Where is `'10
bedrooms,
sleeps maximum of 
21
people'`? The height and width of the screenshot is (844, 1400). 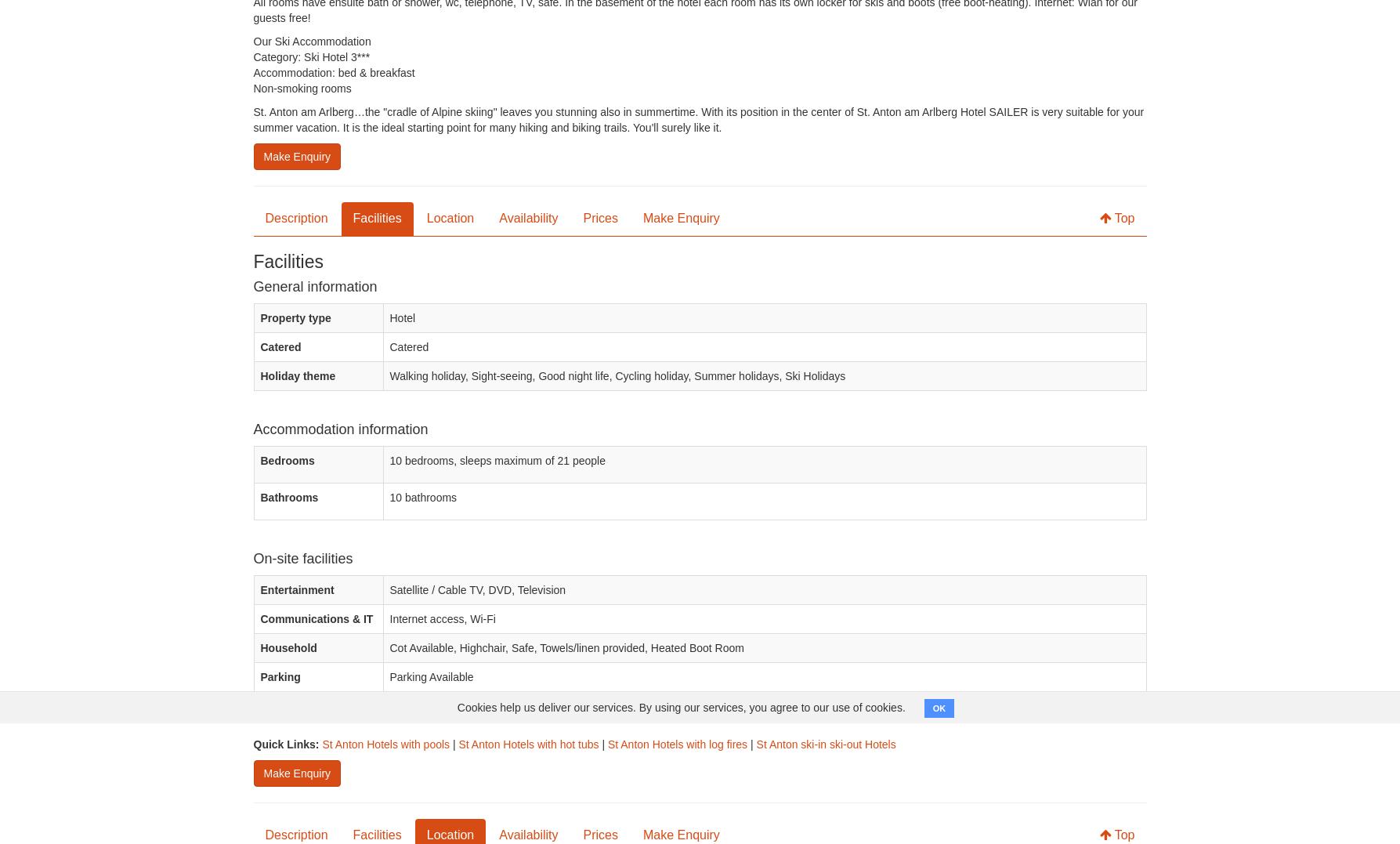
'10
bedrooms,
sleeps maximum of 
21
people' is located at coordinates (389, 458).